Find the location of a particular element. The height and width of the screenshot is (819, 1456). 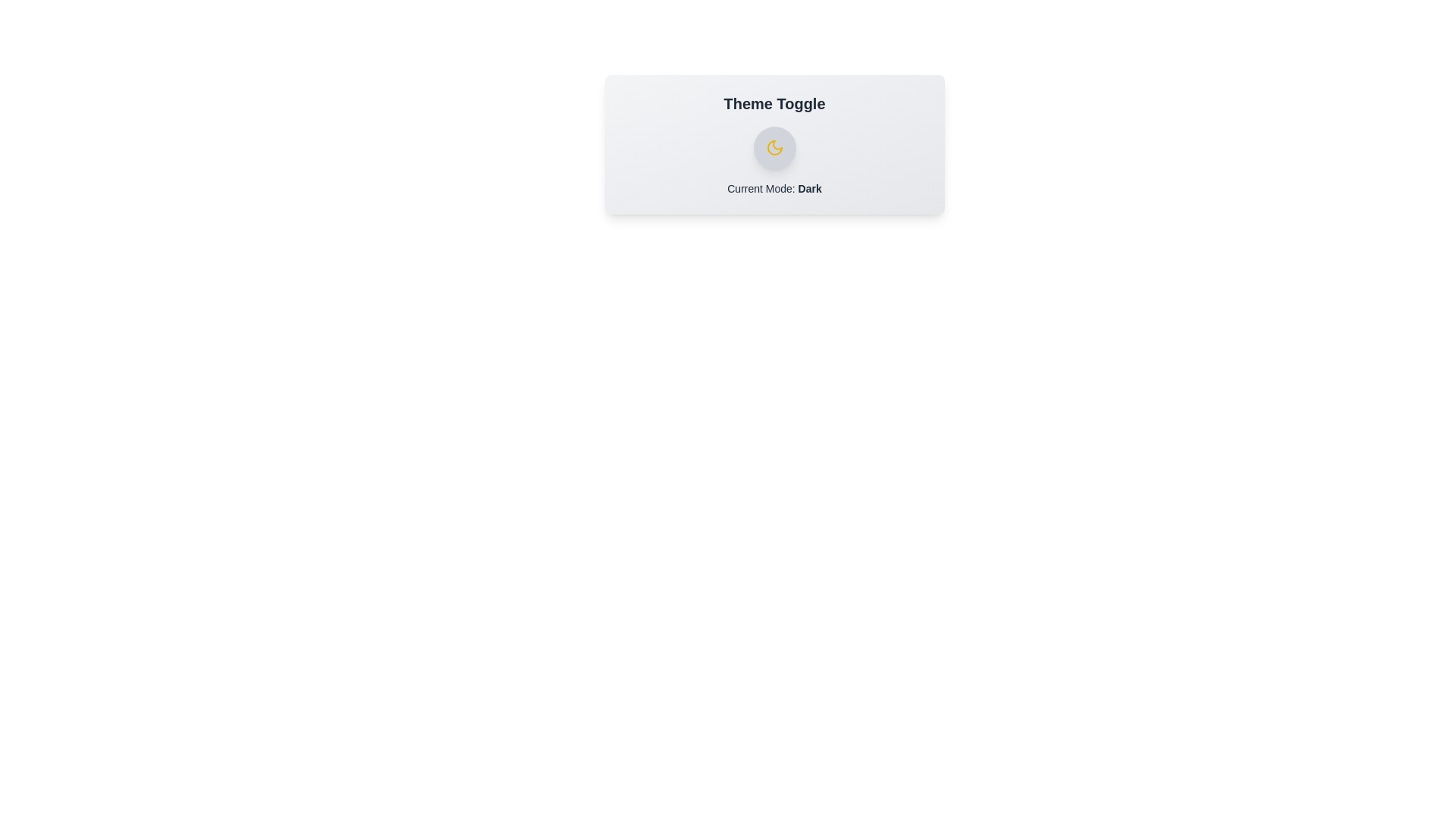

the theme toggle button to switch the theme is located at coordinates (774, 148).